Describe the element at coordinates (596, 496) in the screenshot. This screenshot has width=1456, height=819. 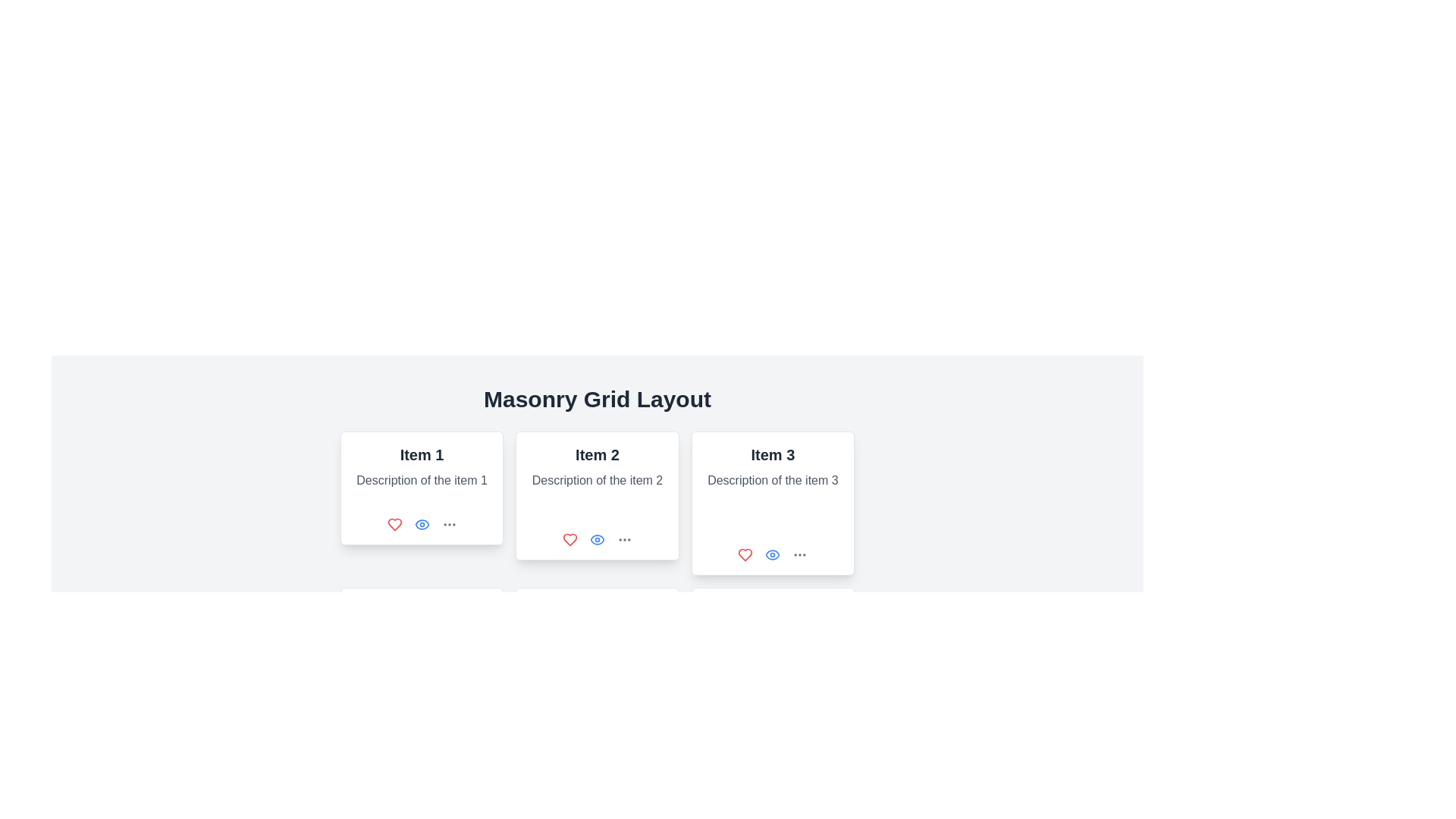
I see `one of the icons below the description of the Card Display Element for 'Item 2', which is the second card in the grid layout` at that location.